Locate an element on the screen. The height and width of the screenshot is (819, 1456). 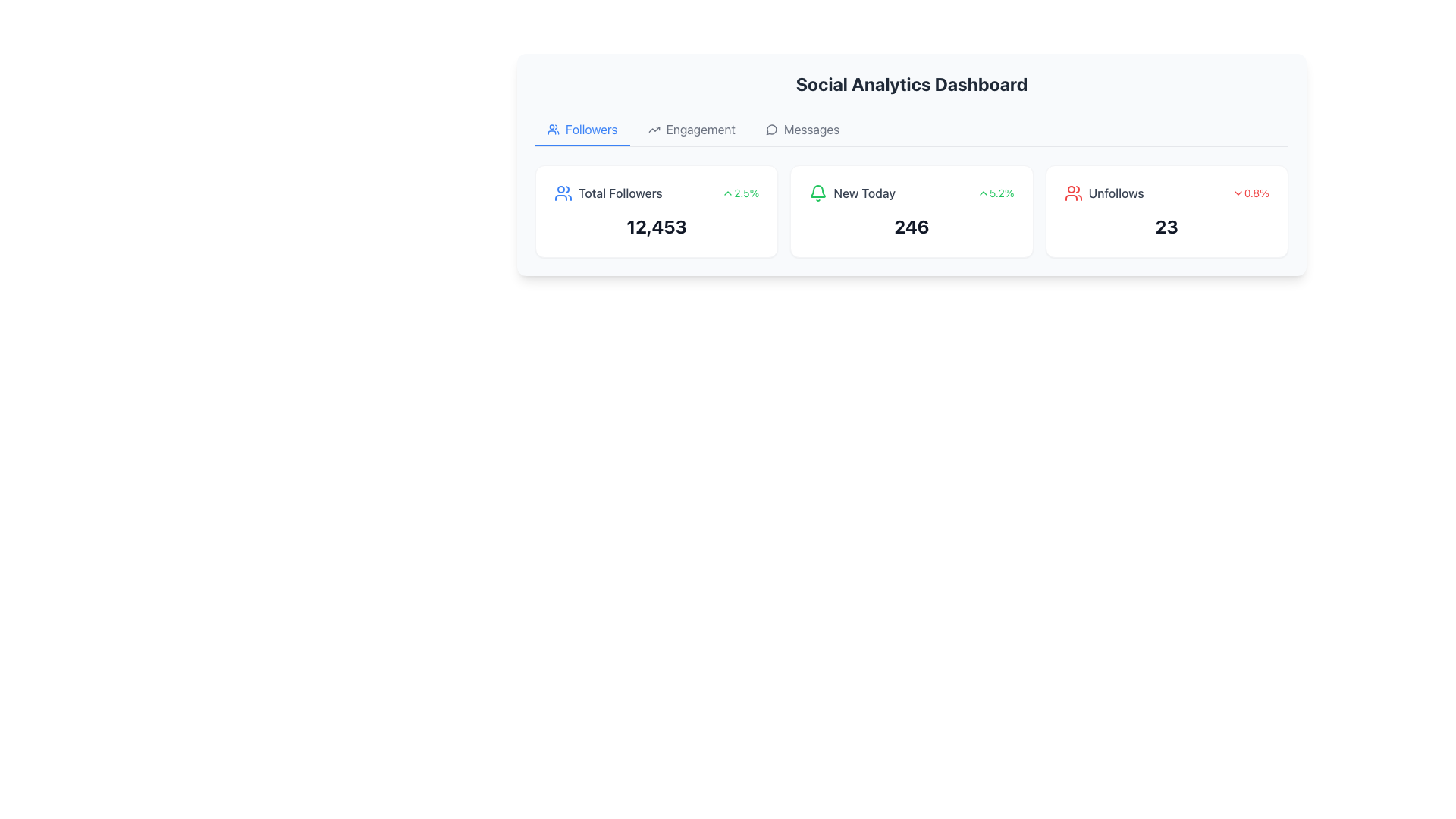
the green percentage text displaying '2.5%' located to the right of the 'Total Followers' title is located at coordinates (746, 192).